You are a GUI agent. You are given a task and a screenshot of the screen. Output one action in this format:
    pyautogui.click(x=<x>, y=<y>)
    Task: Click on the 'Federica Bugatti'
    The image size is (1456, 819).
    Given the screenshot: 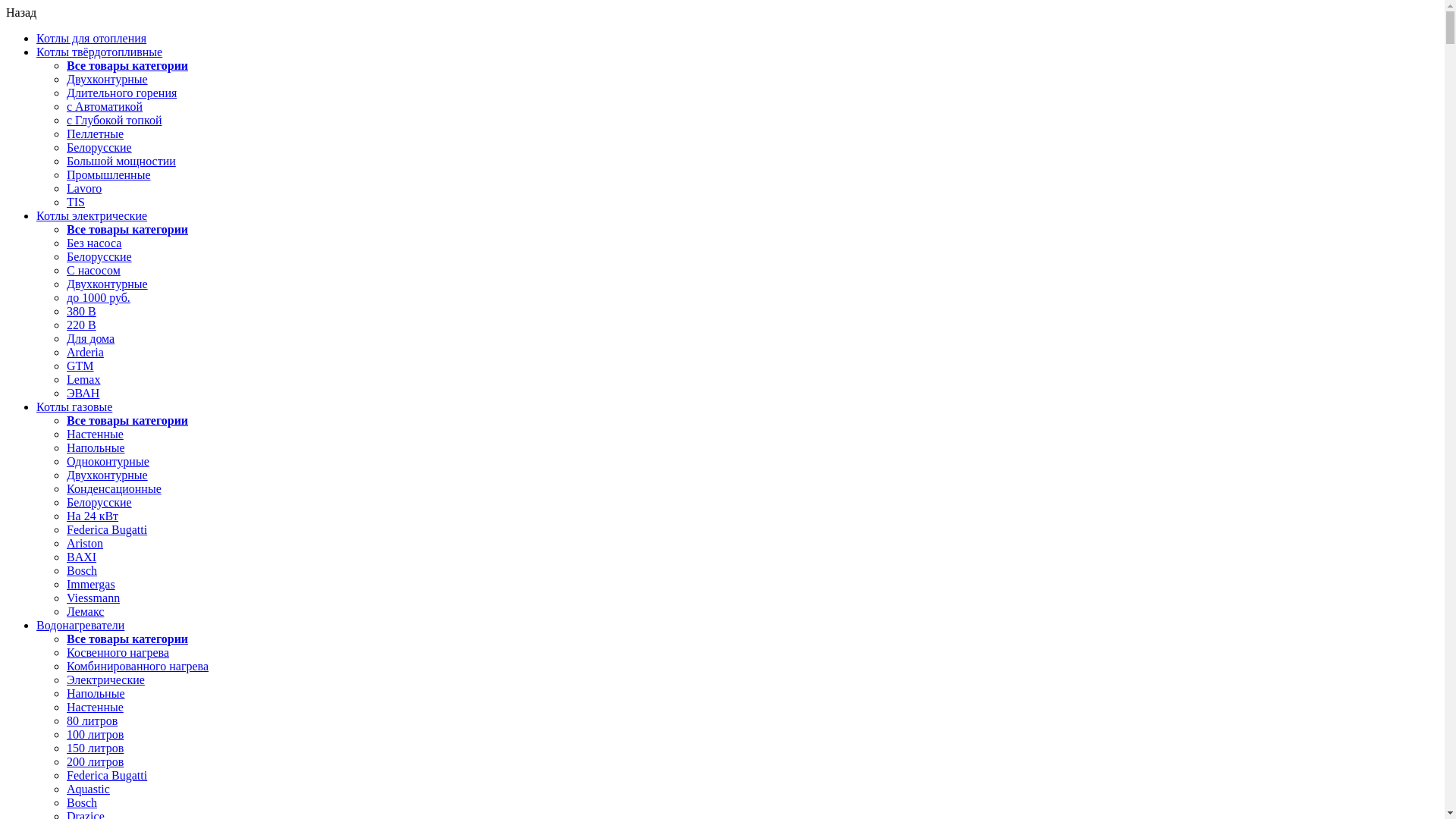 What is the action you would take?
    pyautogui.click(x=105, y=775)
    